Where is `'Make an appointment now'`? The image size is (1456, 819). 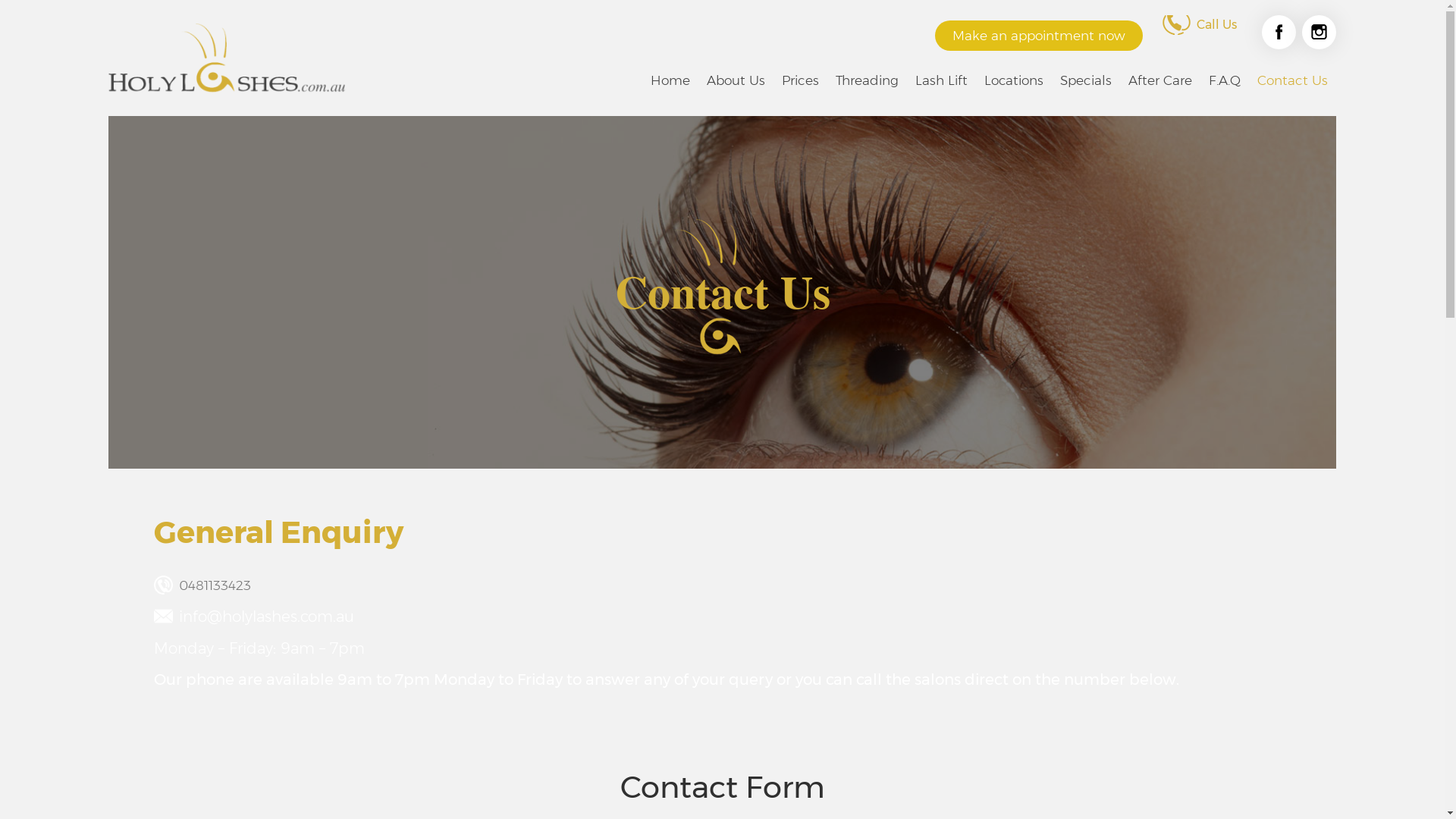
'Make an appointment now' is located at coordinates (1037, 34).